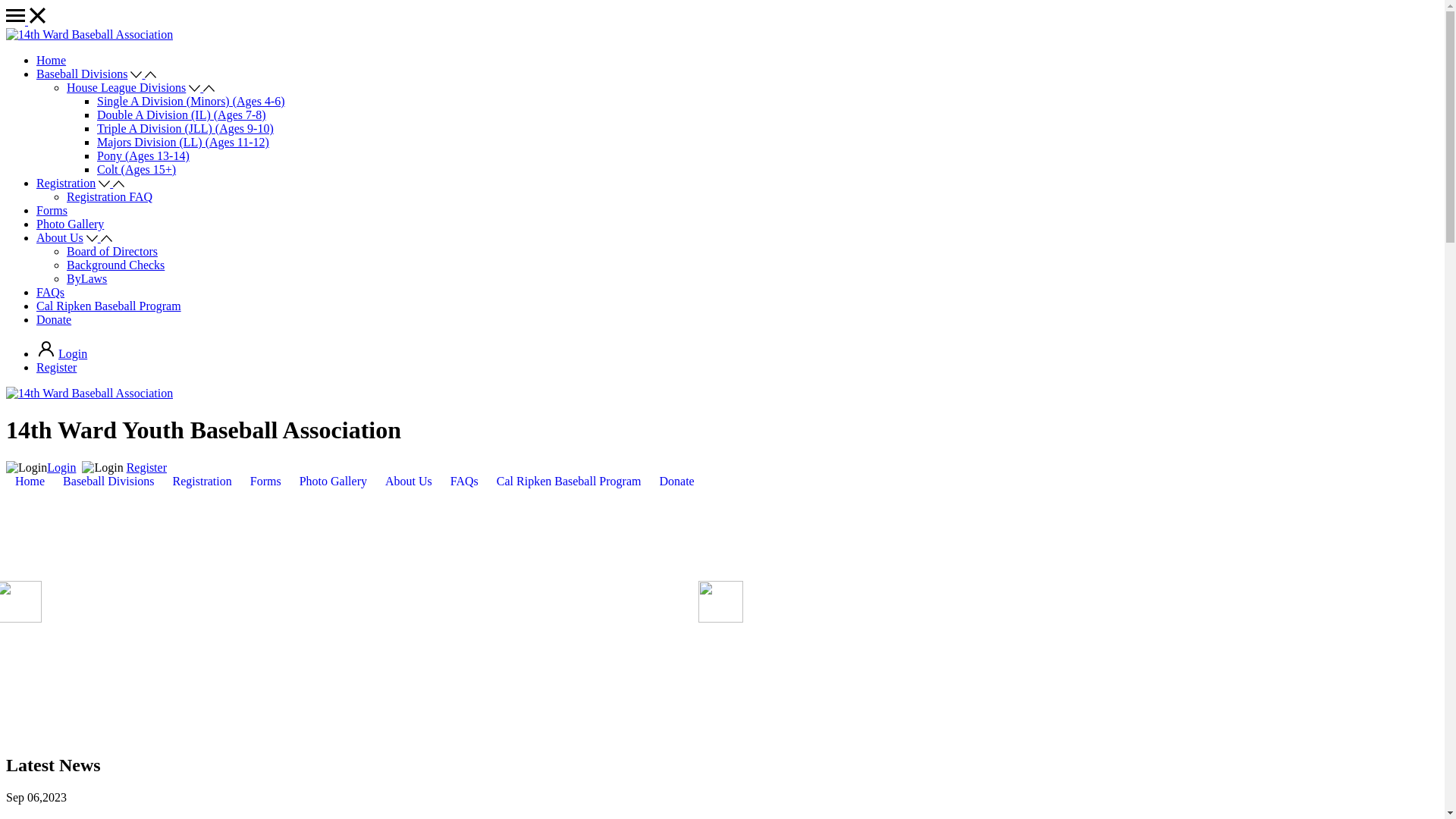 This screenshot has height=819, width=1456. Describe the element at coordinates (56, 367) in the screenshot. I see `'Register'` at that location.